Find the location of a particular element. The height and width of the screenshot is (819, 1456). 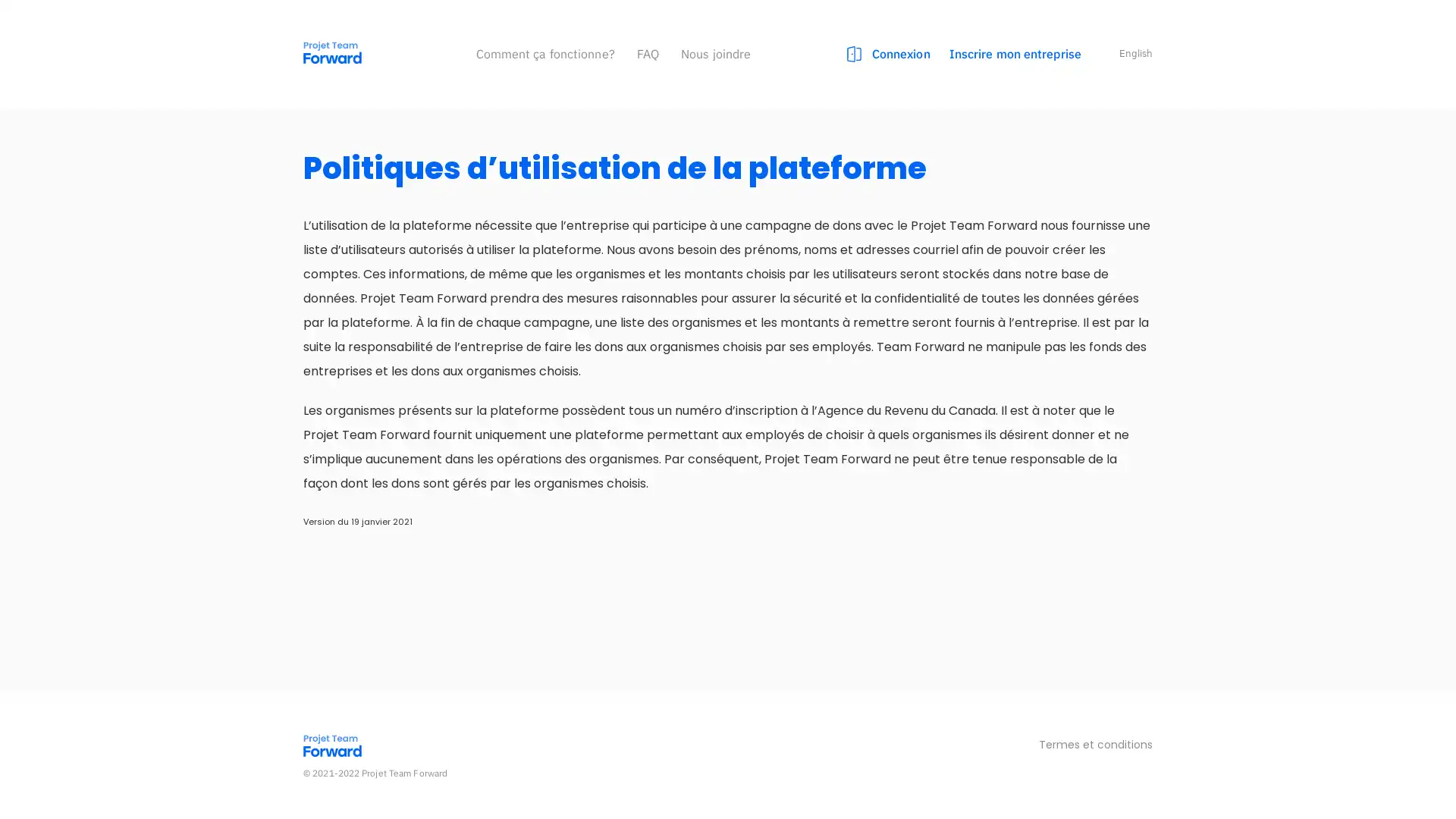

FAQ is located at coordinates (648, 52).